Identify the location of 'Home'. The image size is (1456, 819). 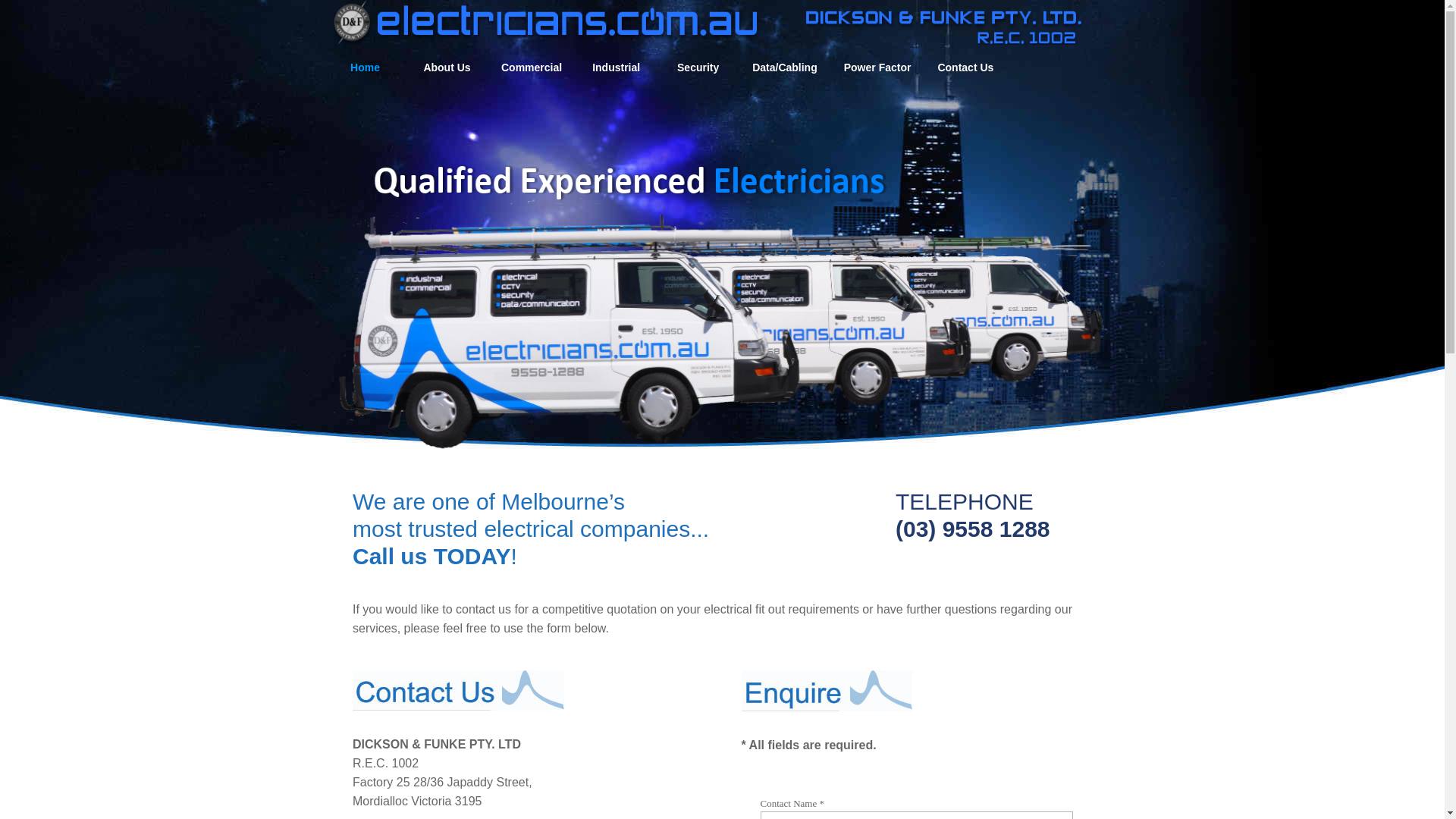
(365, 67).